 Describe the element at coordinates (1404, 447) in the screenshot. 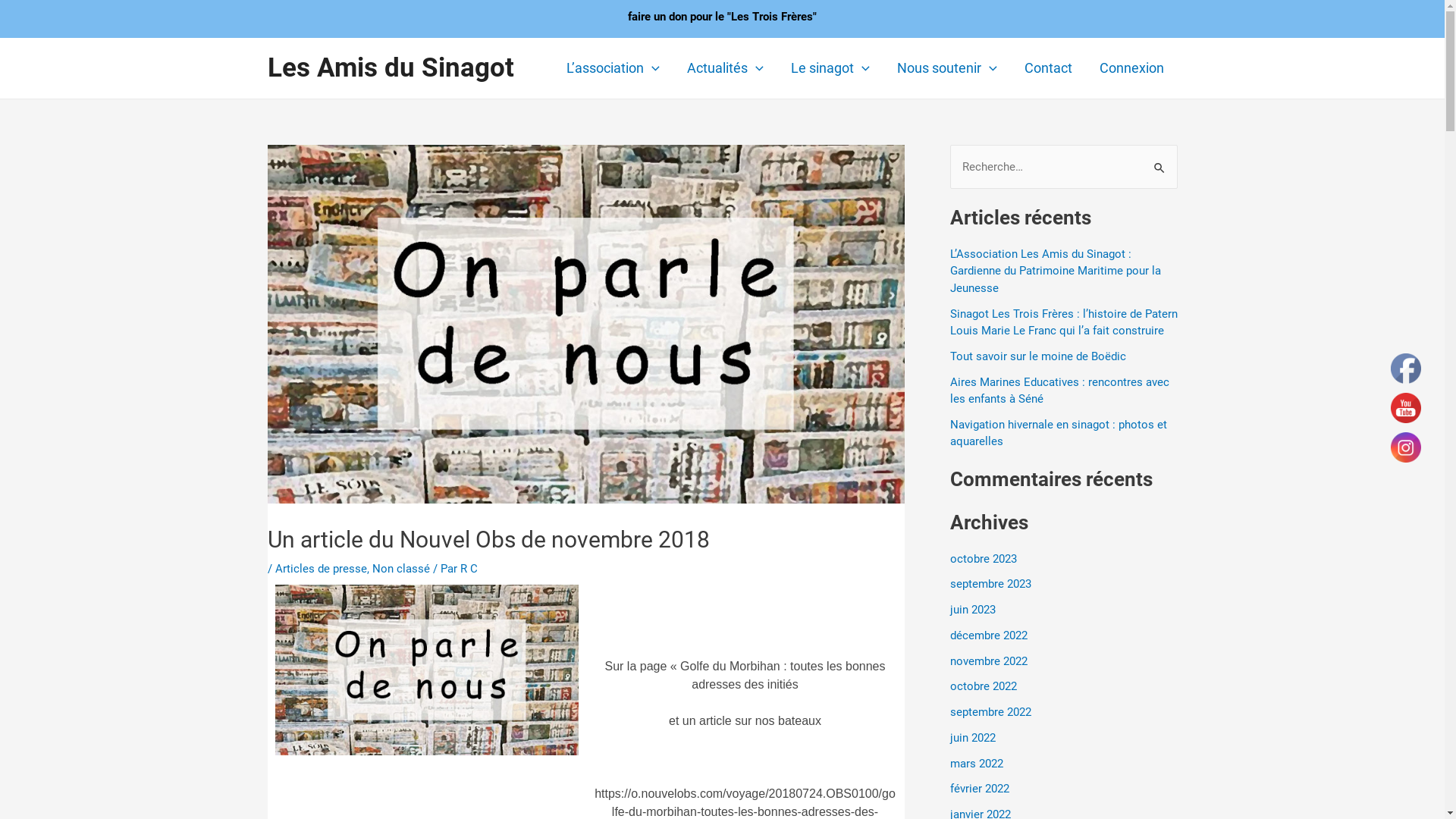

I see `'Instagram'` at that location.